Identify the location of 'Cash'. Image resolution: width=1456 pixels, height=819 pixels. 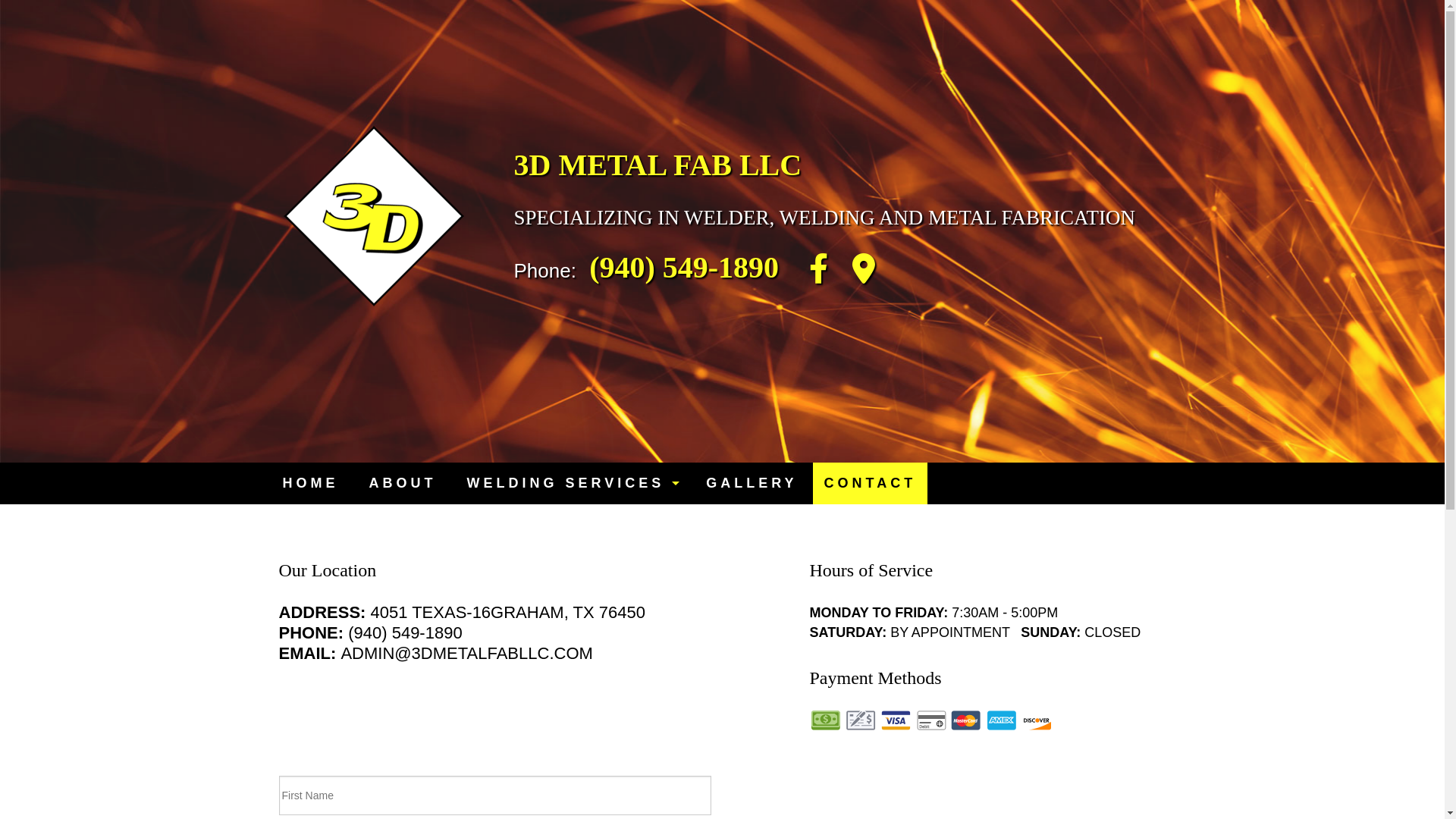
(809, 719).